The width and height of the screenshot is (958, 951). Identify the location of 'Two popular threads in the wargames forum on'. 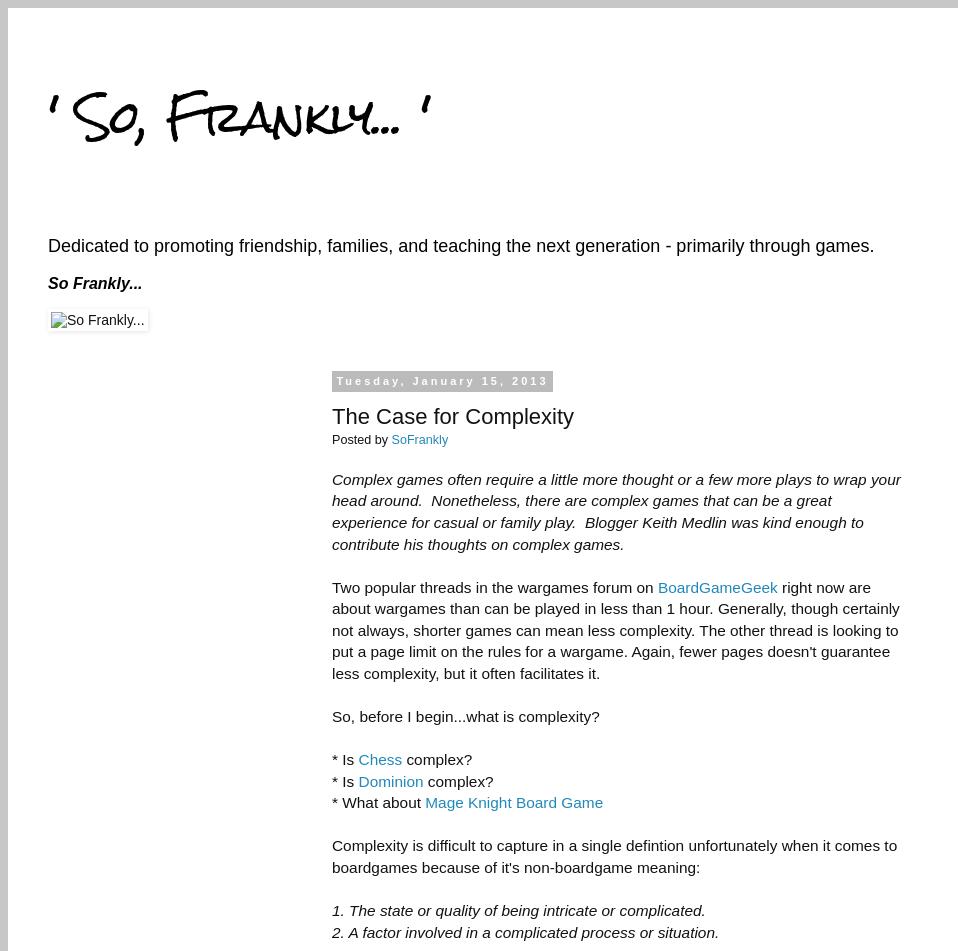
(493, 585).